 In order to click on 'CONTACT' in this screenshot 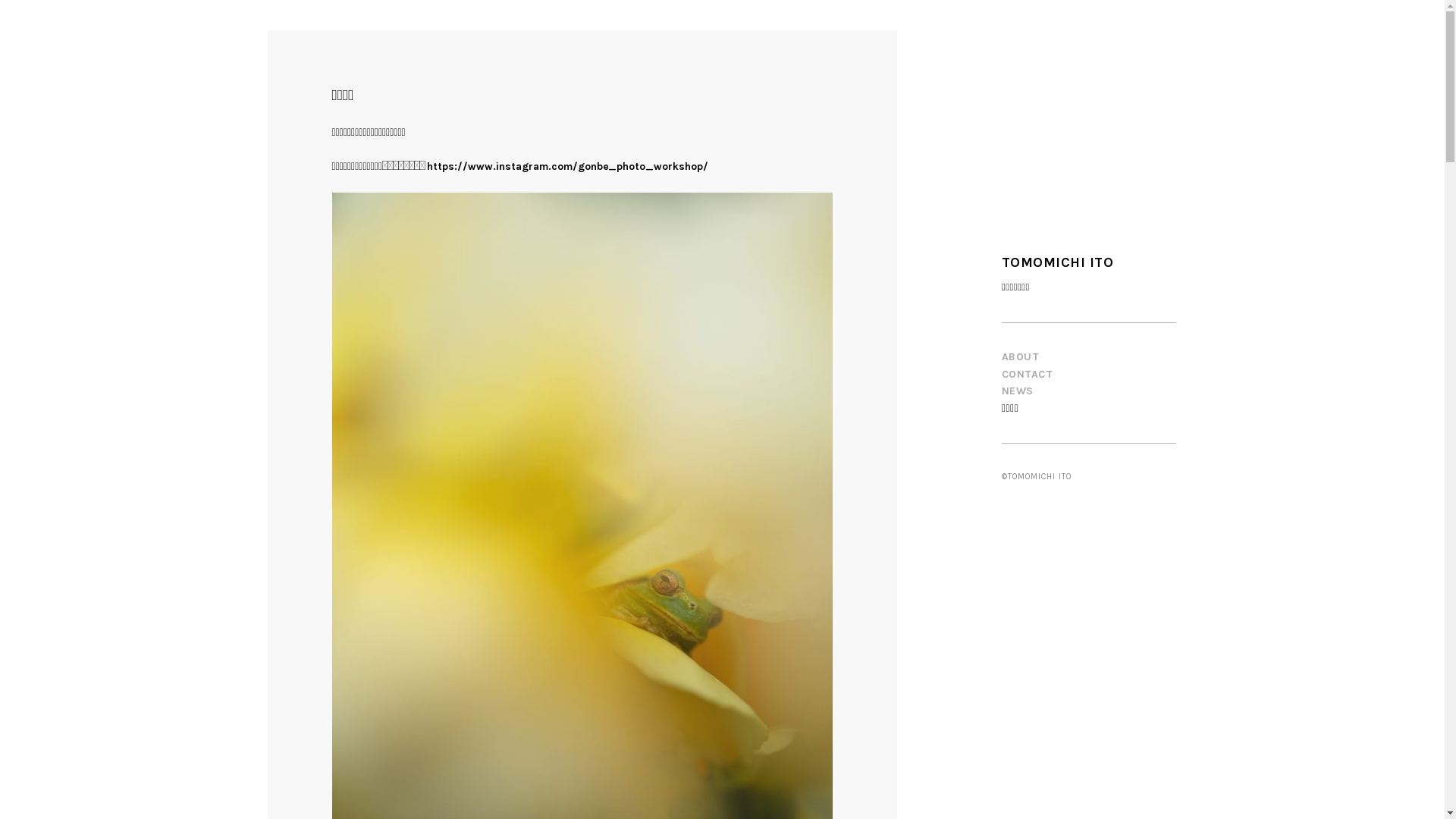, I will do `click(1027, 374)`.